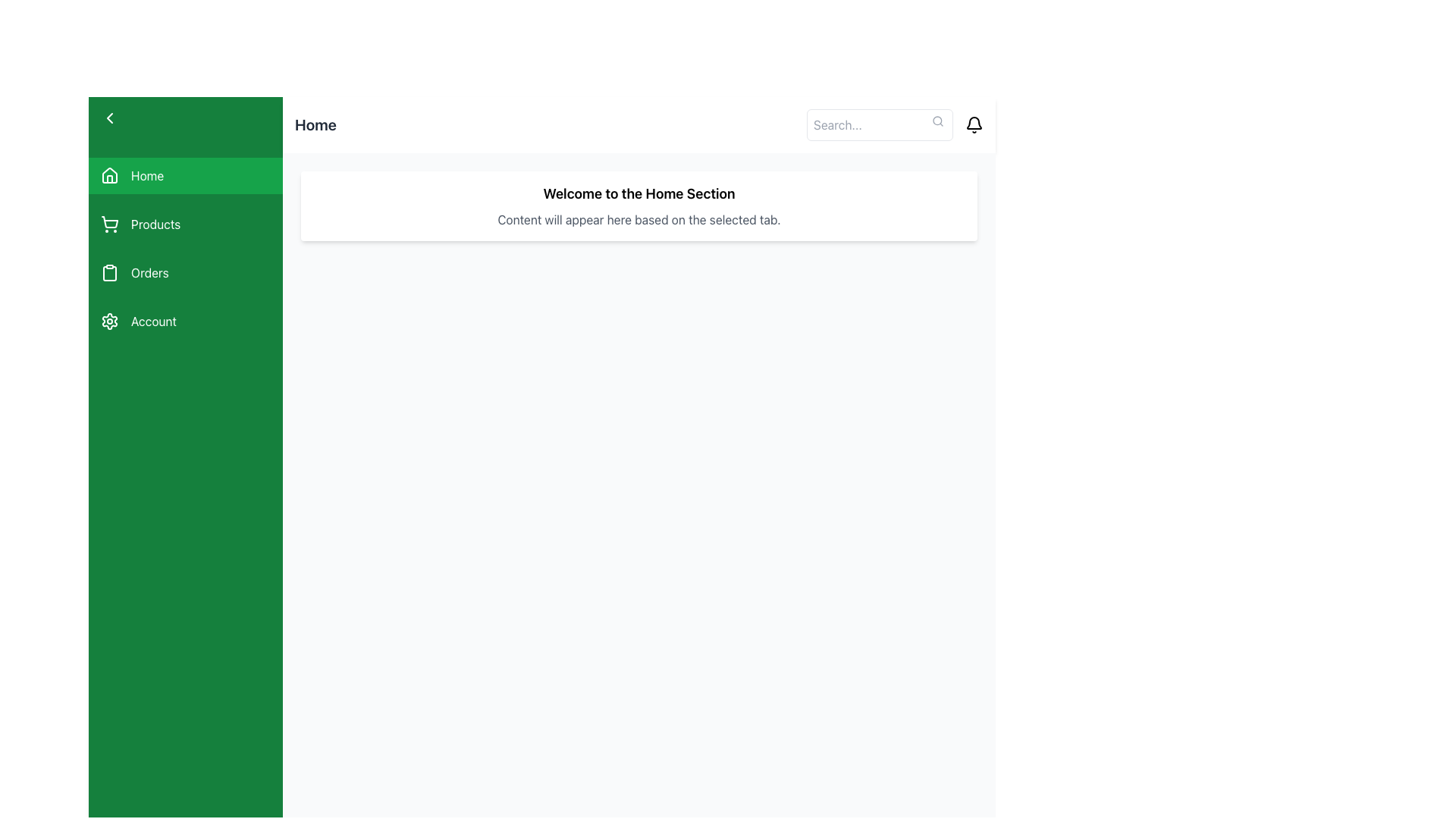  Describe the element at coordinates (108, 117) in the screenshot. I see `the left-pointing chevron arrow icon, which is styled in white stroke lines on a green background, located at the top-left corner of the interface` at that location.